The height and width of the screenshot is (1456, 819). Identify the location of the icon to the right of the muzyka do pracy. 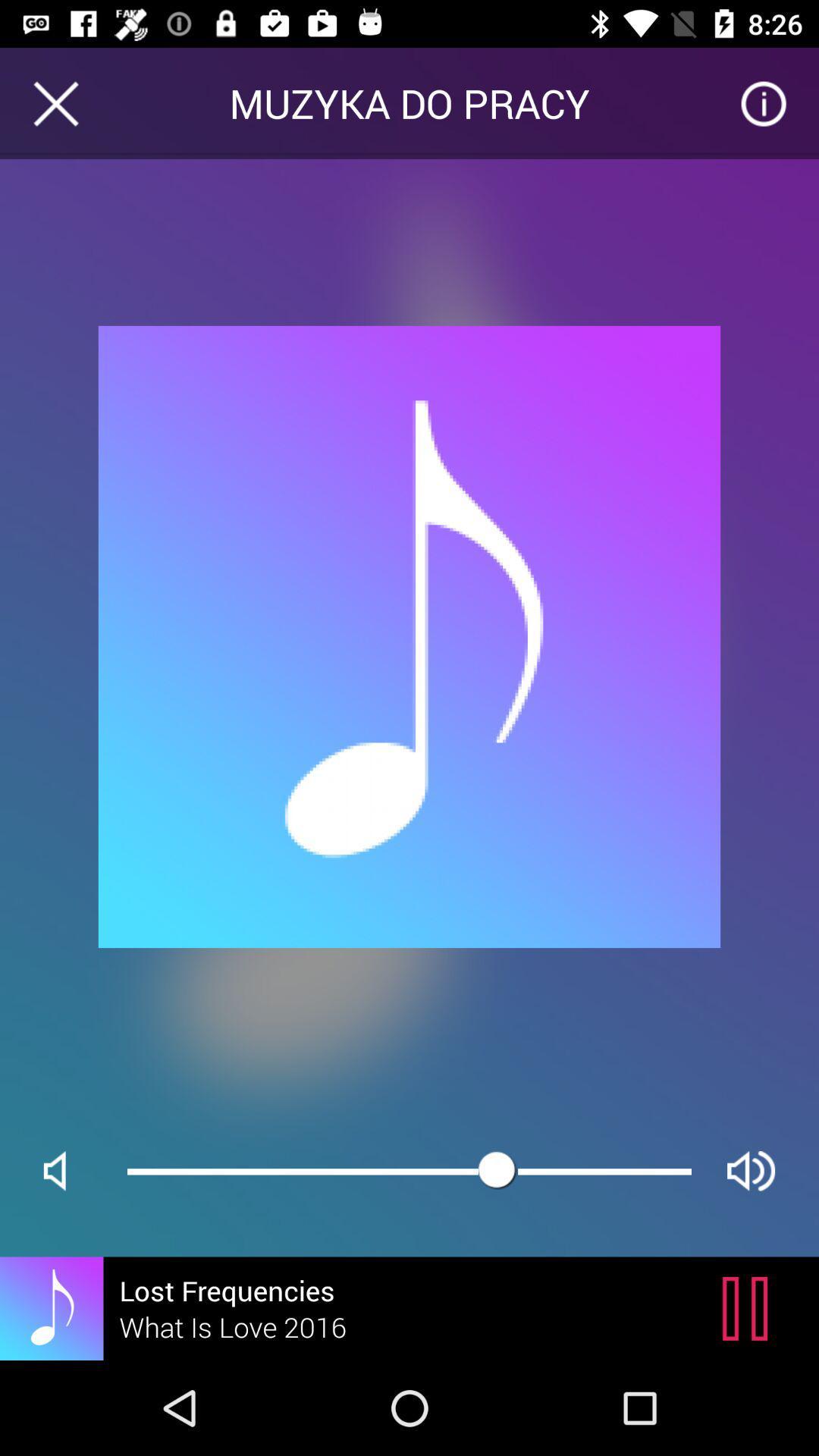
(763, 102).